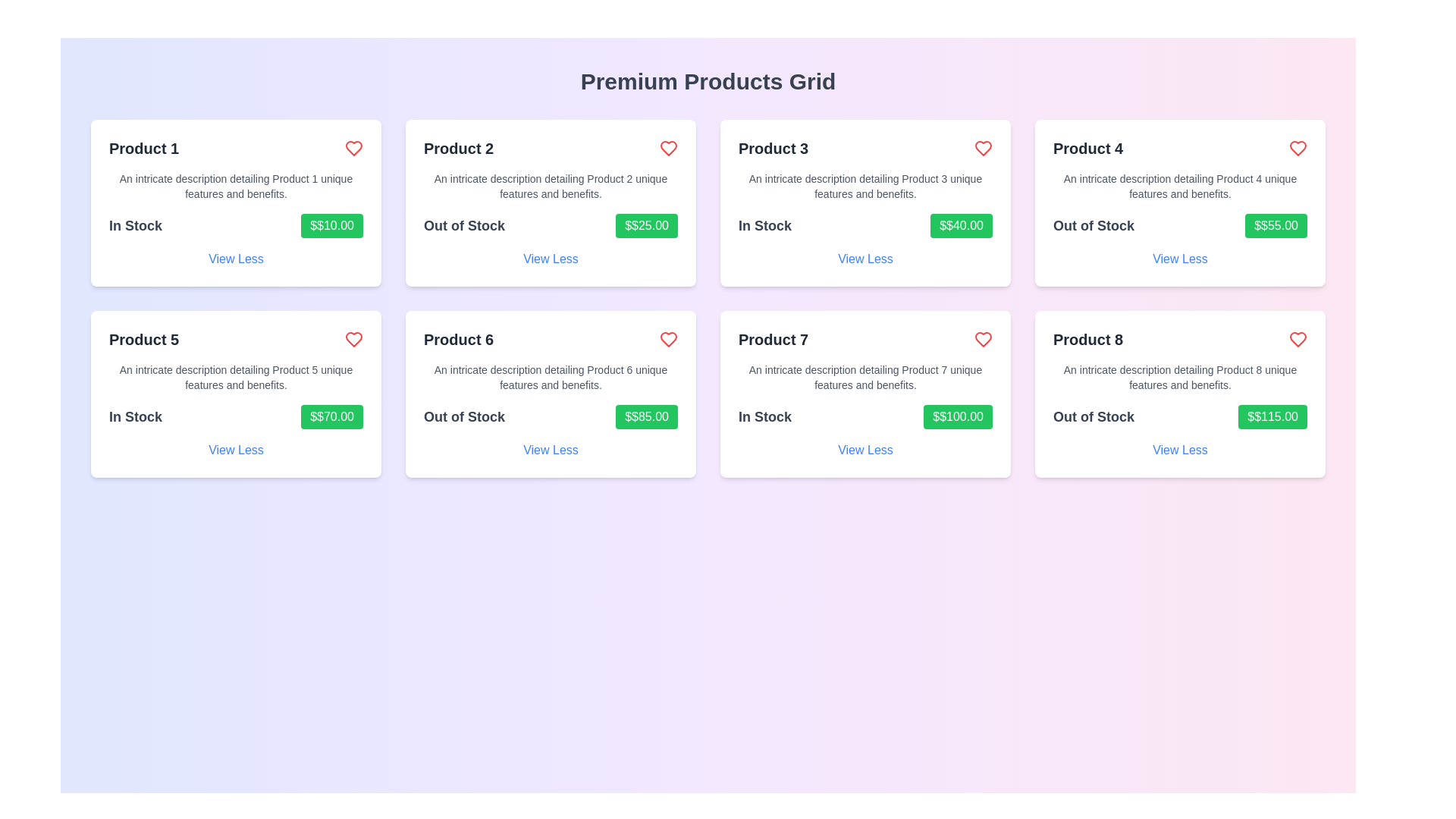  Describe the element at coordinates (983, 338) in the screenshot. I see `the toggle button to mark or unmark 'Product 7' as a favorite item, located at the top-right corner of its card, adjacent to the text 'Product 7'` at that location.